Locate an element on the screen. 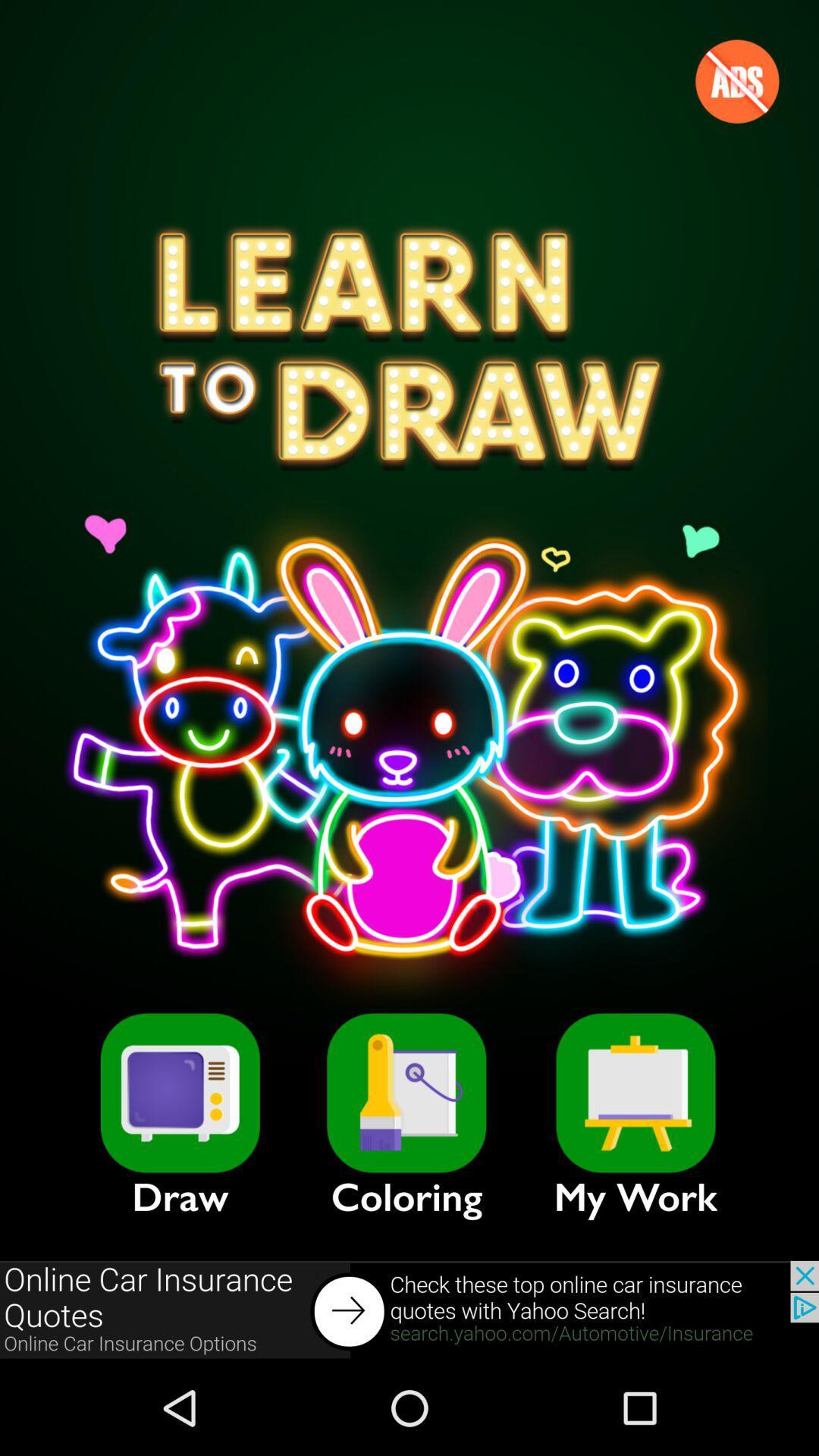 Image resolution: width=819 pixels, height=1456 pixels. icon below the draw item is located at coordinates (409, 1310).